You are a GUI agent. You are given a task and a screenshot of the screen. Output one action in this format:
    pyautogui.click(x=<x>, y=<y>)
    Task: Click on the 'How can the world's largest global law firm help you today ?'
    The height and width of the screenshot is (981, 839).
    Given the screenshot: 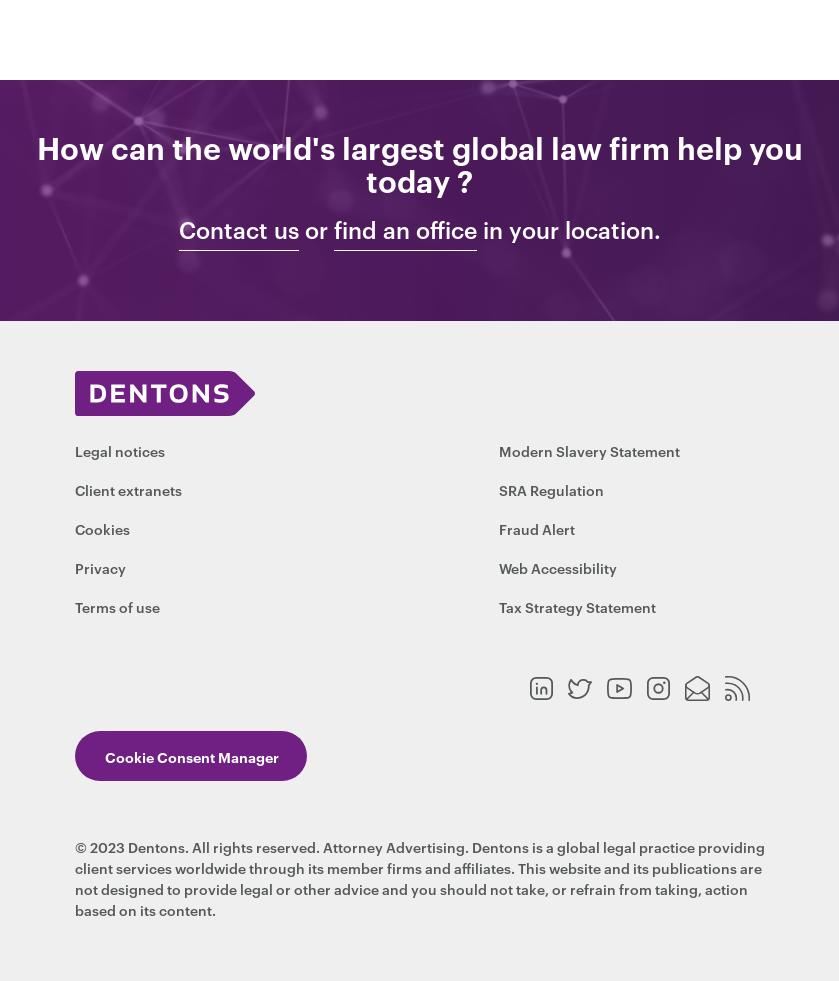 What is the action you would take?
    pyautogui.click(x=35, y=160)
    